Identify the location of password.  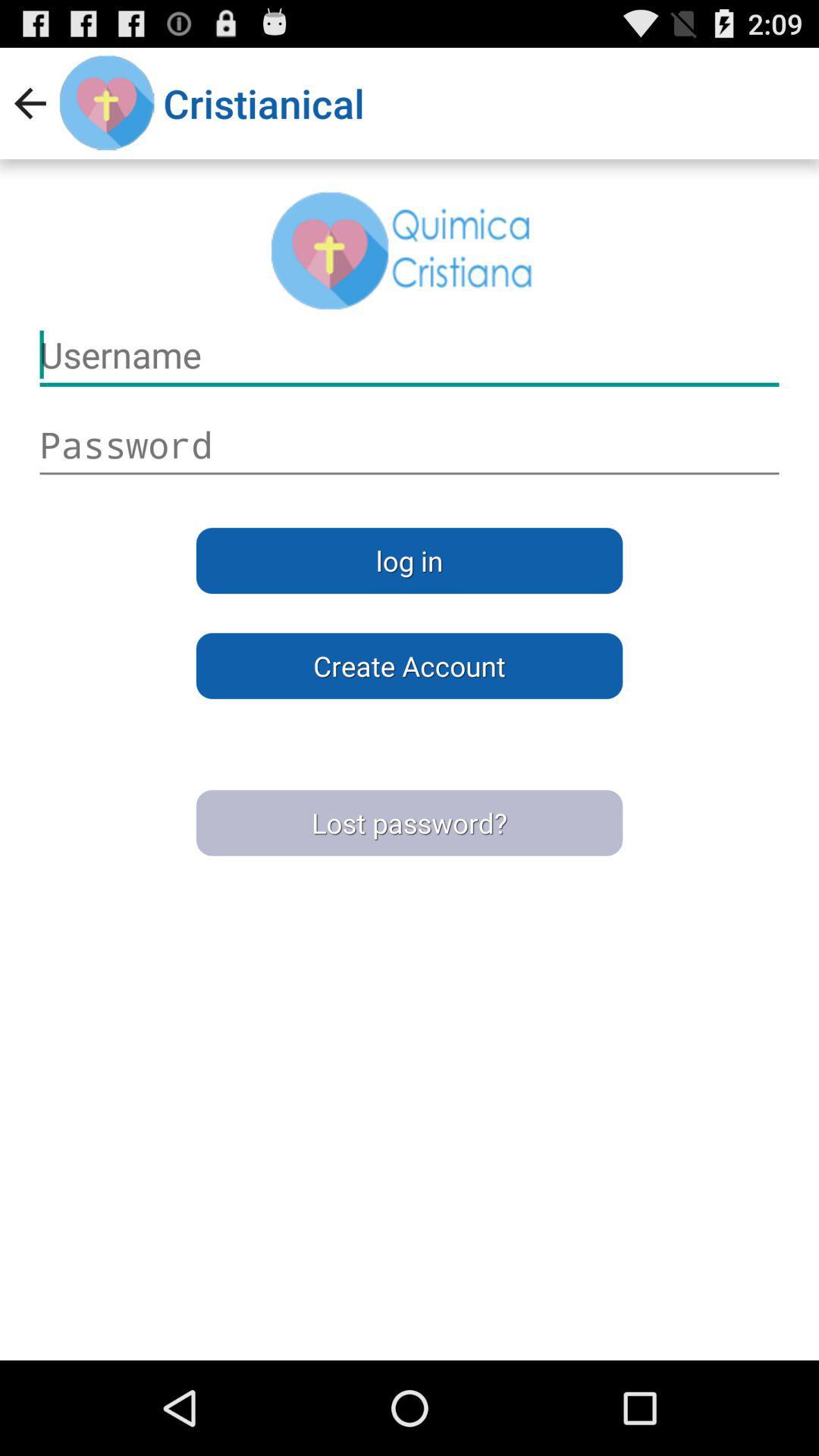
(409, 444).